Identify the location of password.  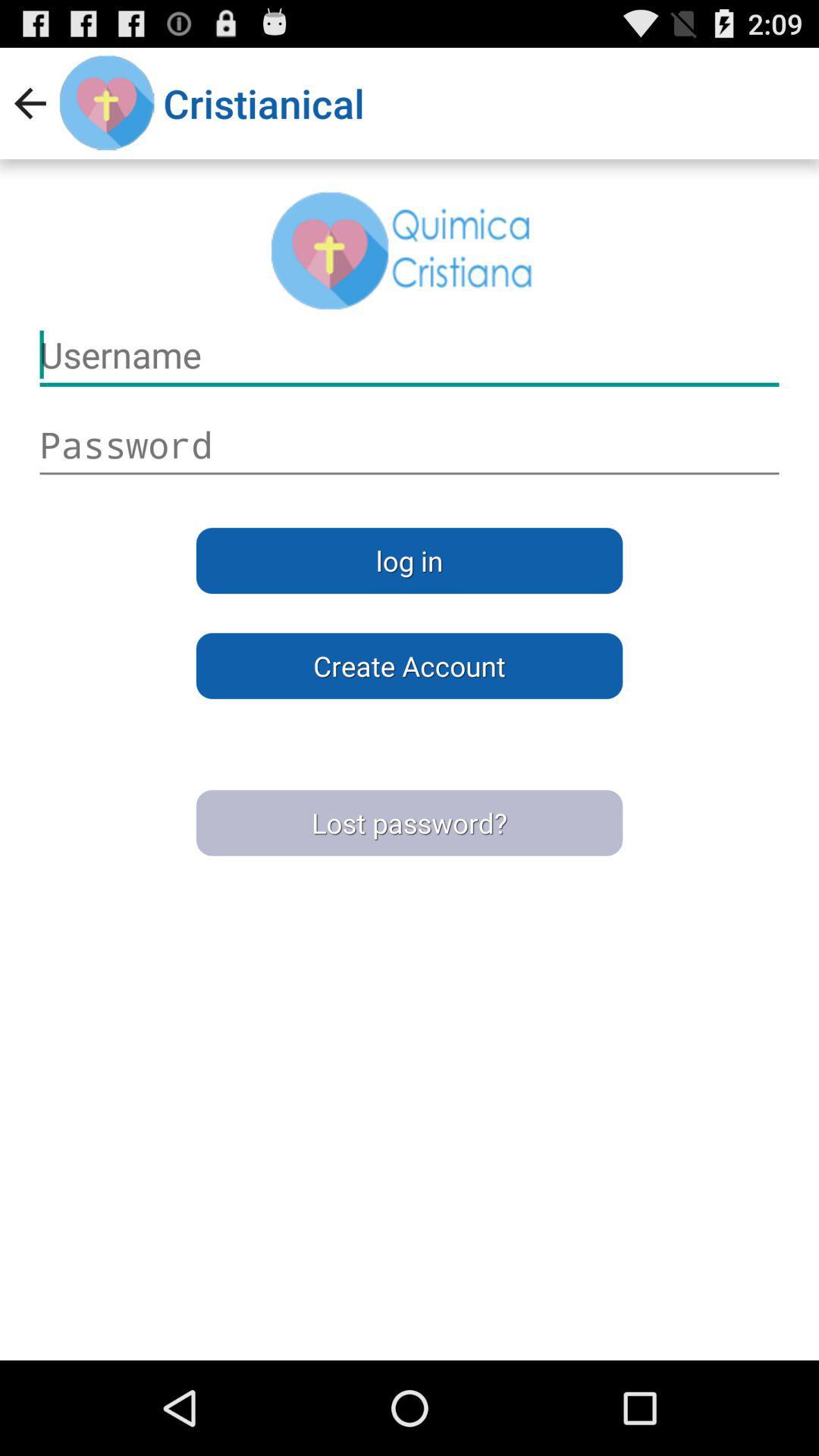
(409, 444).